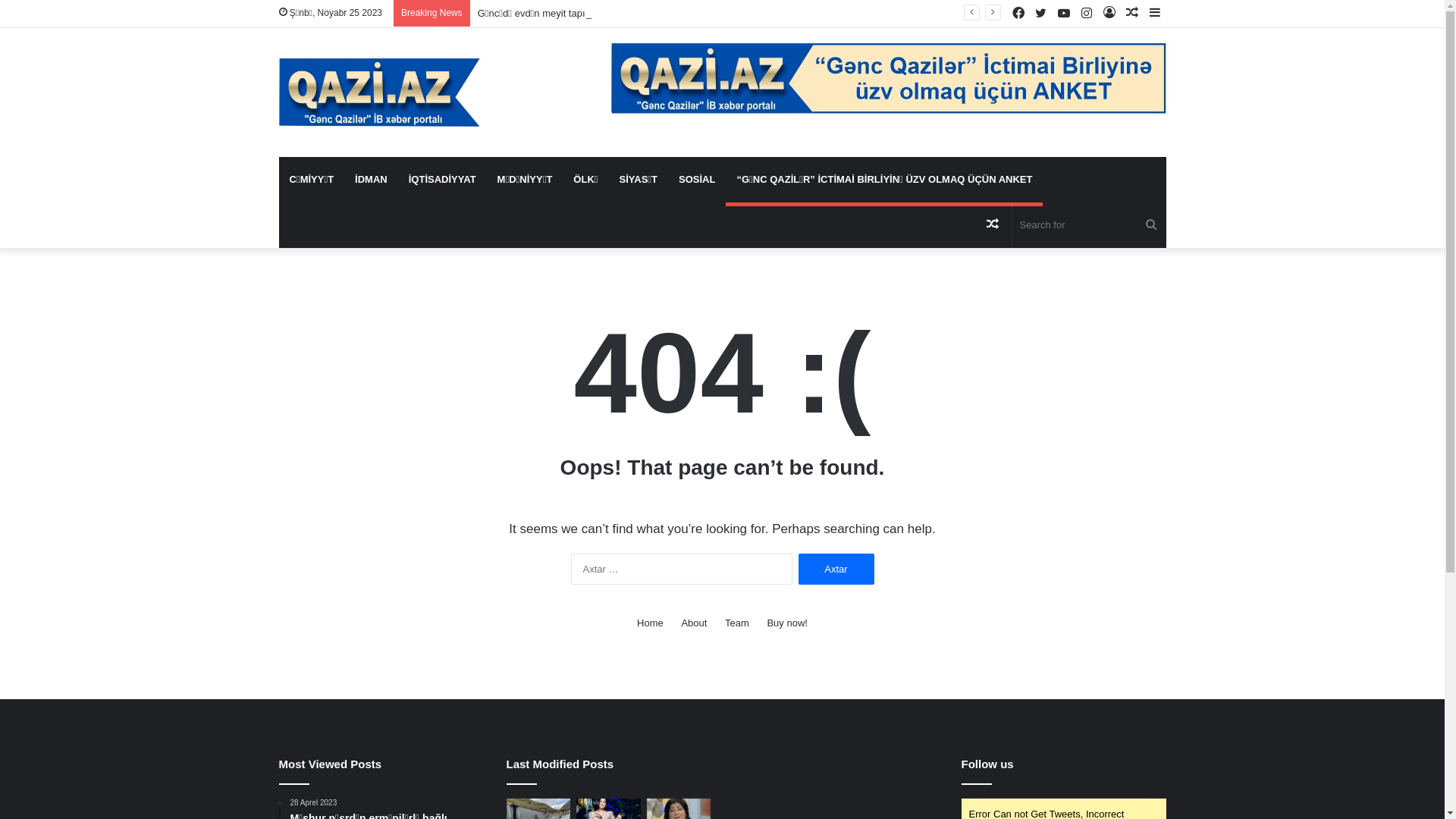 This screenshot has width=1456, height=819. I want to click on 'Sidebar', so click(1153, 13).